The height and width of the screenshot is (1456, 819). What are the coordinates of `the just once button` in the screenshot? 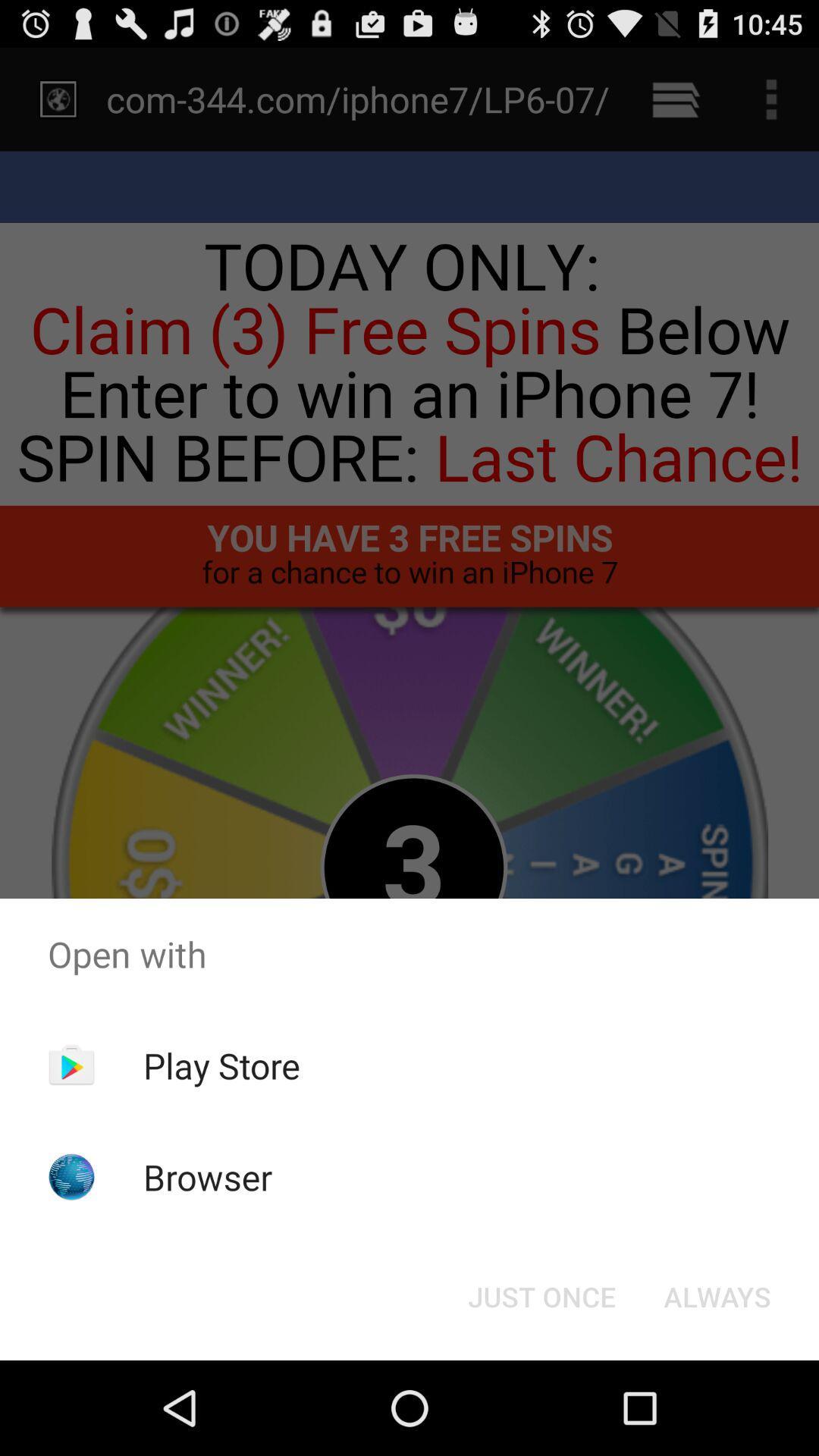 It's located at (541, 1295).